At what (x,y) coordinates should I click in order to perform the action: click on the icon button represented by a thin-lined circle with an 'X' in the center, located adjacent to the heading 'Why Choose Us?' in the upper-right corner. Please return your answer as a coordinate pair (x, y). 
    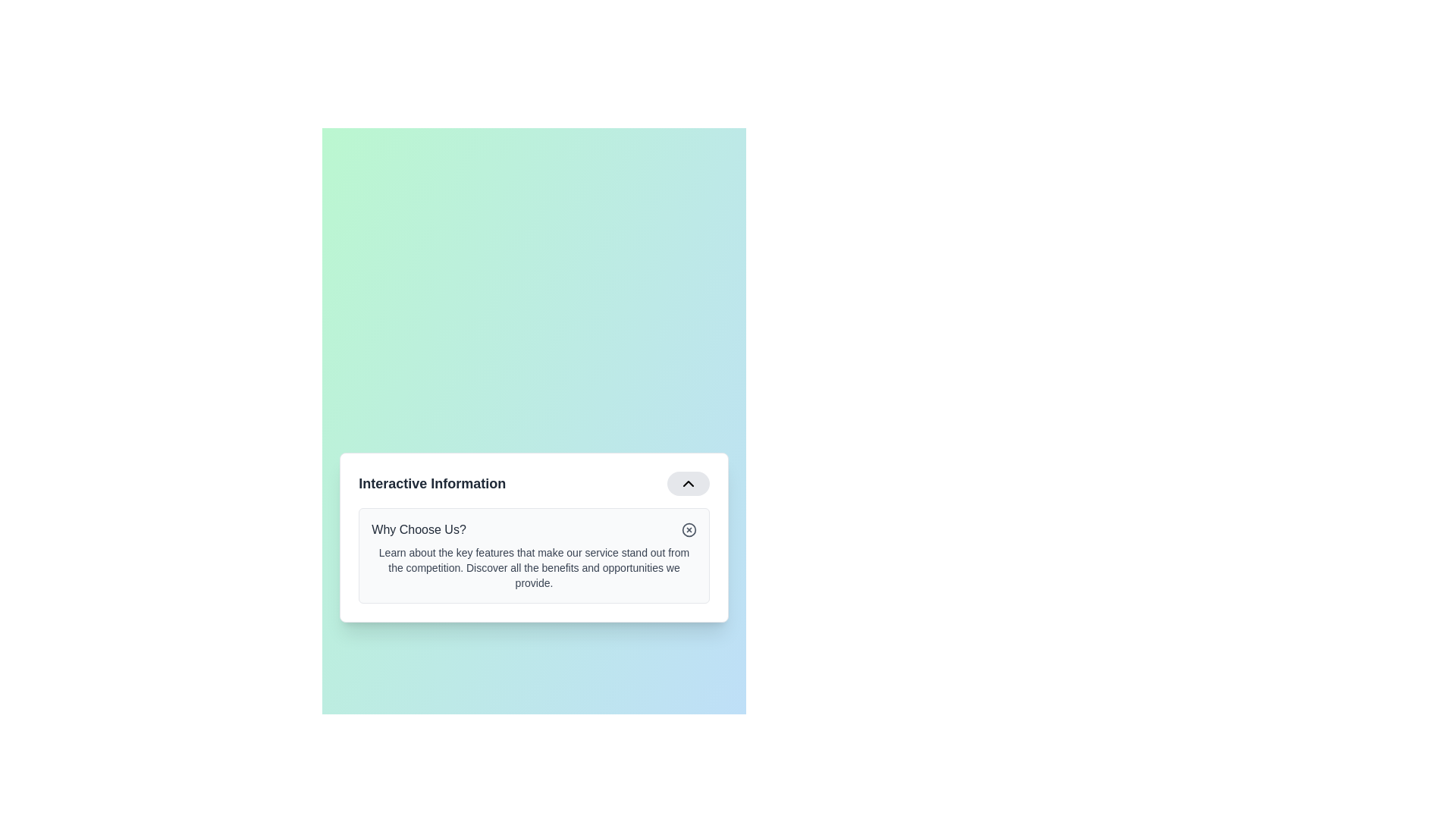
    Looking at the image, I should click on (688, 529).